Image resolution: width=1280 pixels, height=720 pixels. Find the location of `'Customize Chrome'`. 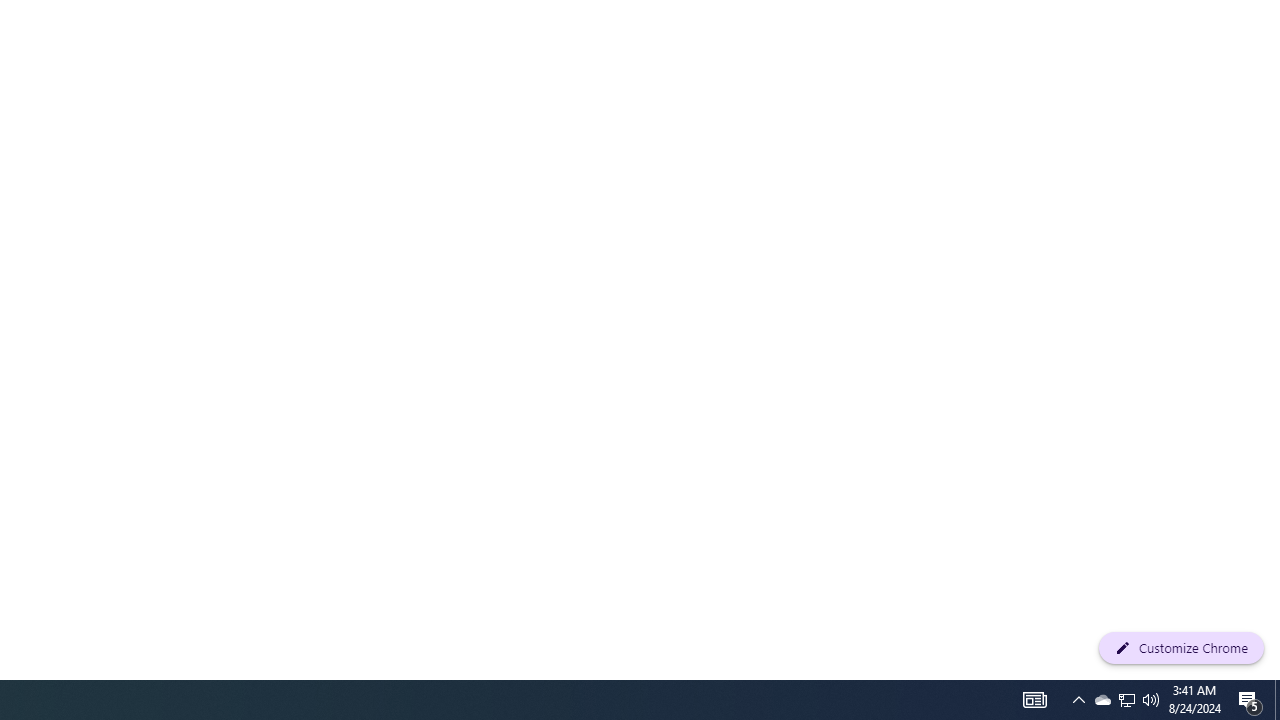

'Customize Chrome' is located at coordinates (1181, 648).